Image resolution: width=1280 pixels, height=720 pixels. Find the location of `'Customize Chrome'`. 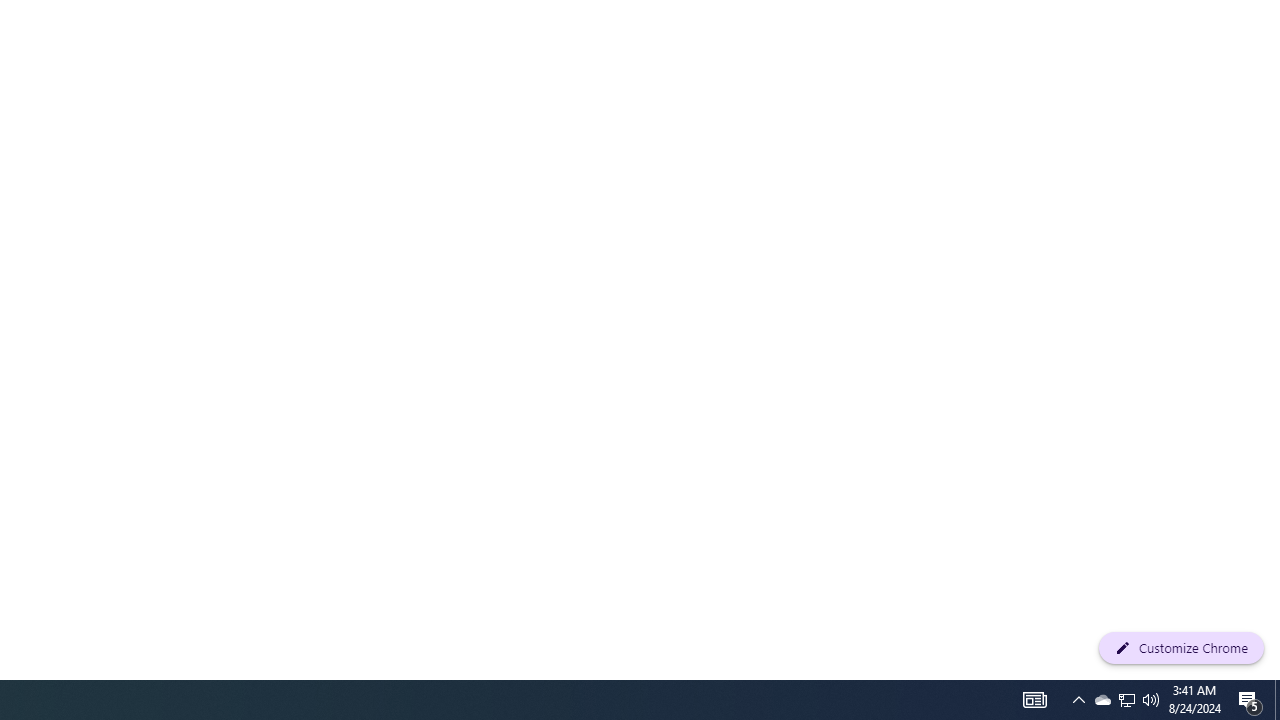

'Customize Chrome' is located at coordinates (1181, 648).